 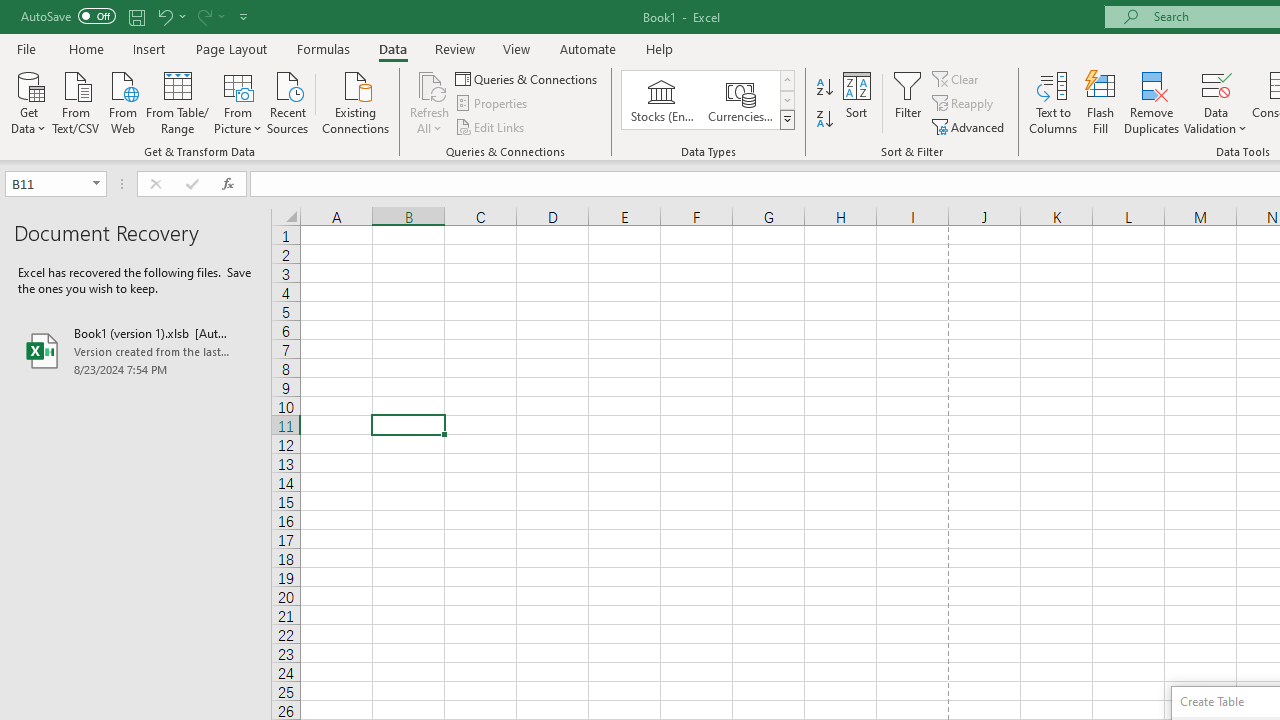 I want to click on 'Redo', so click(x=203, y=16).